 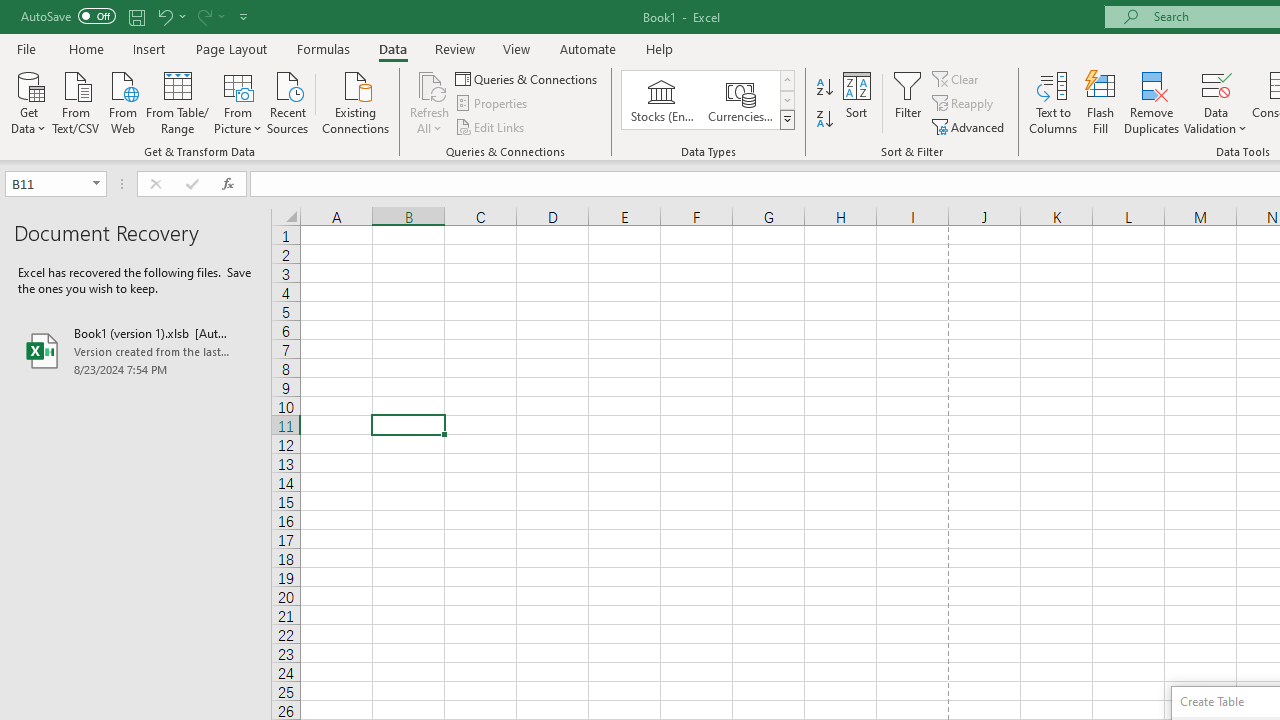 I want to click on 'Redo', so click(x=203, y=16).